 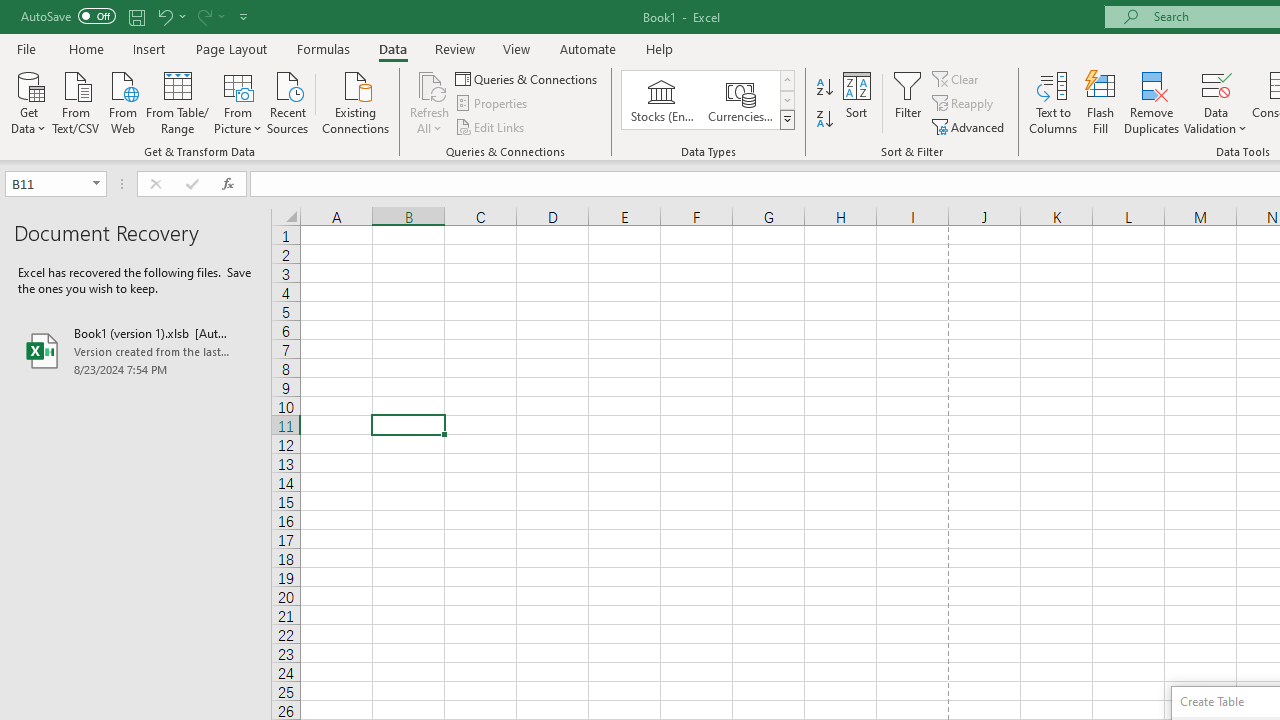 I want to click on 'Redo', so click(x=203, y=16).